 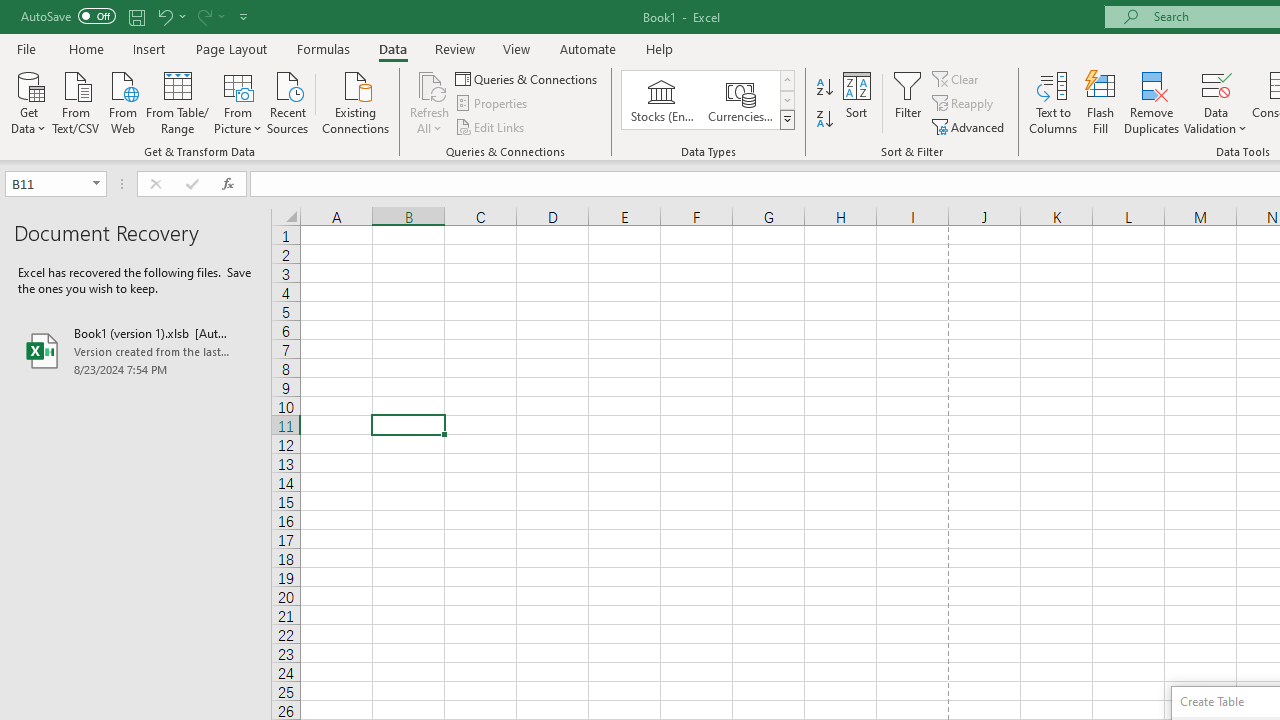 I want to click on 'Redo', so click(x=203, y=16).